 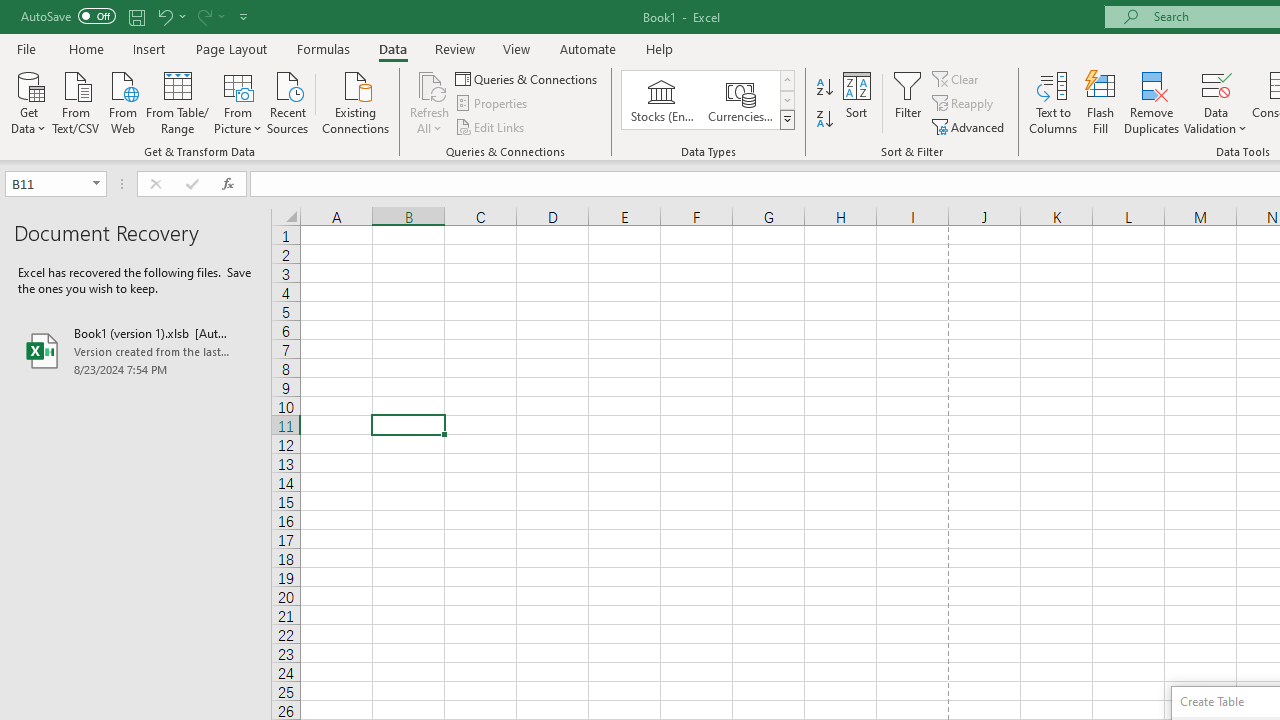 I want to click on 'Redo', so click(x=203, y=16).